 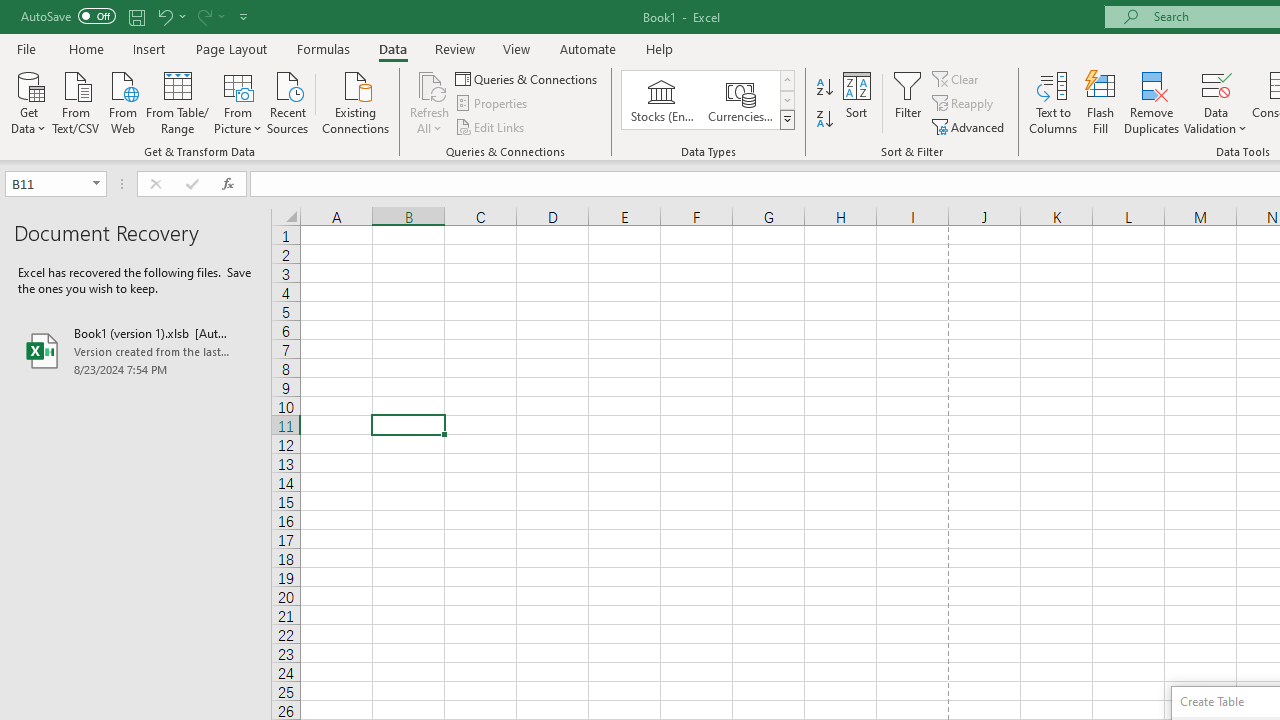 I want to click on 'Redo', so click(x=203, y=16).